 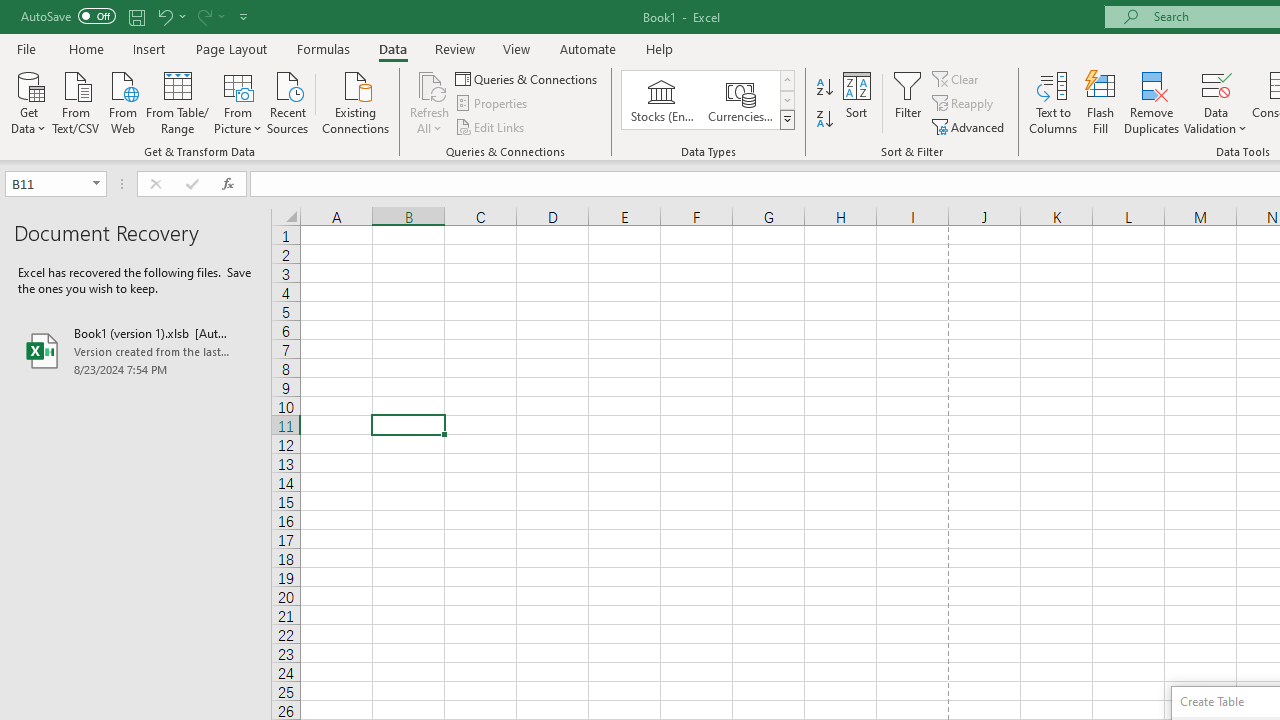 I want to click on 'Redo', so click(x=203, y=16).